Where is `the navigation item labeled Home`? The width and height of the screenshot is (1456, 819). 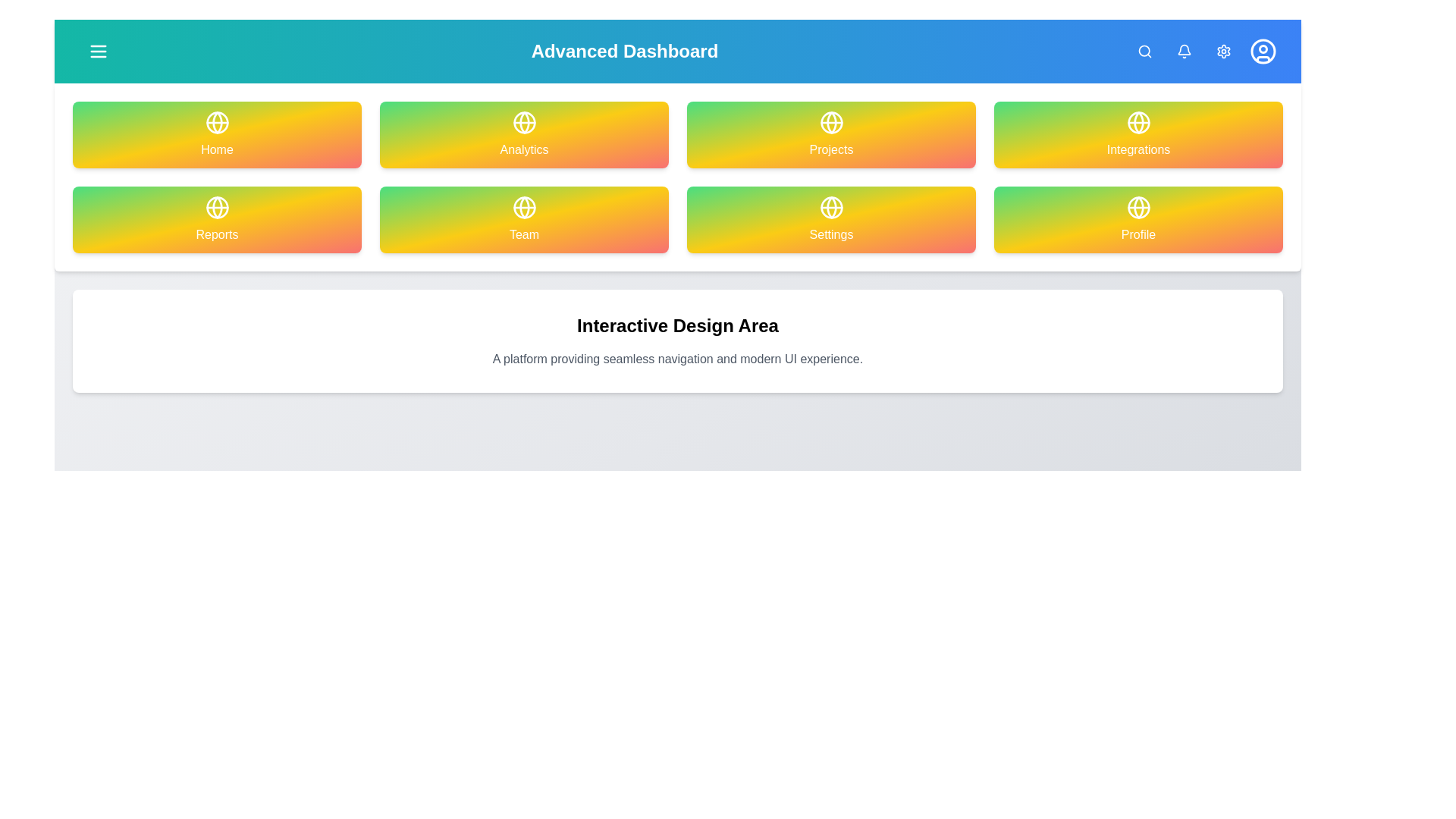
the navigation item labeled Home is located at coordinates (216, 133).